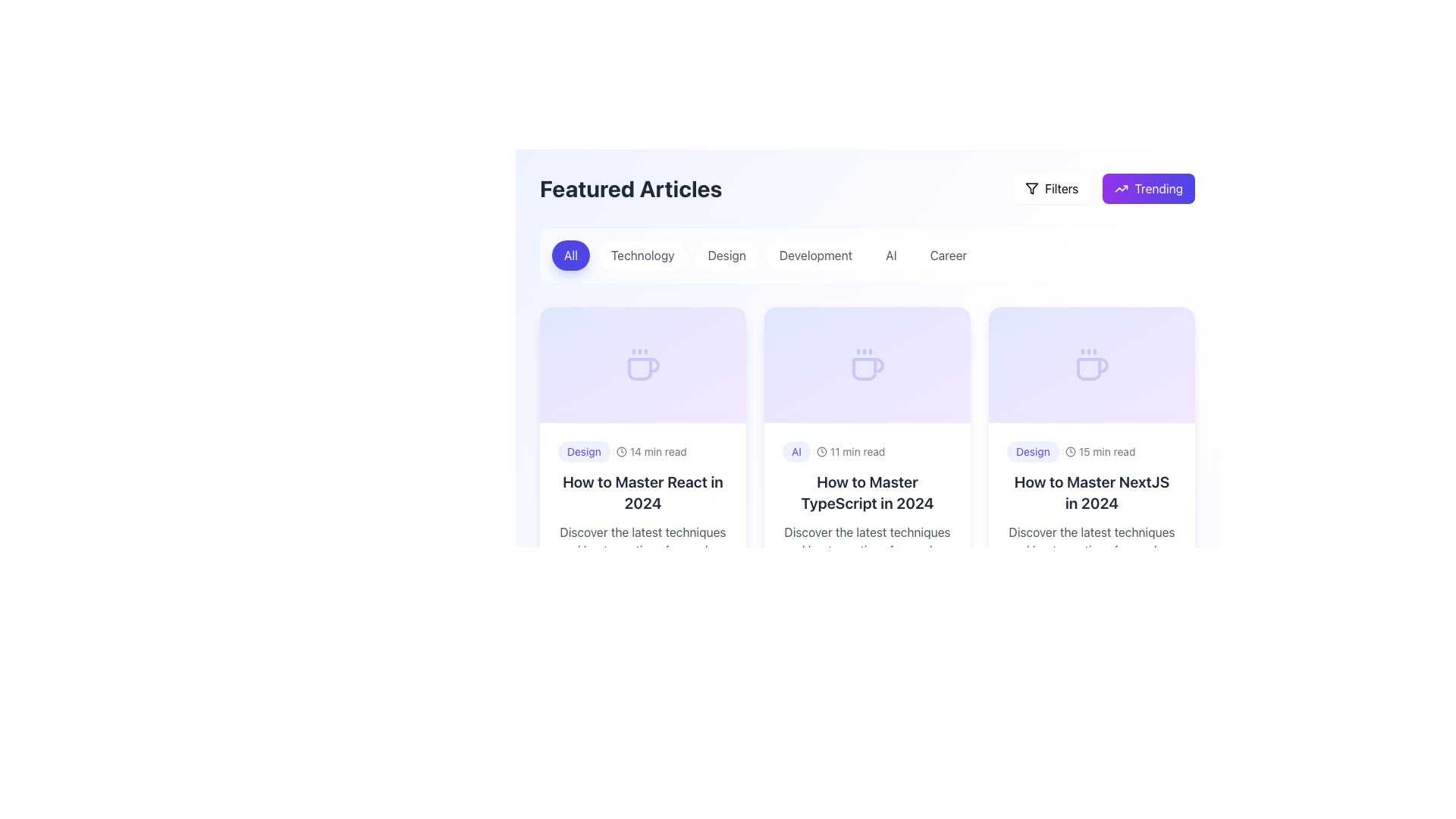 The image size is (1456, 819). What do you see at coordinates (1092, 451) in the screenshot?
I see `information displayed in the metadata header of the card titled 'How to Master NextJS in 2024', which indicates the category and estimated reading time` at bounding box center [1092, 451].